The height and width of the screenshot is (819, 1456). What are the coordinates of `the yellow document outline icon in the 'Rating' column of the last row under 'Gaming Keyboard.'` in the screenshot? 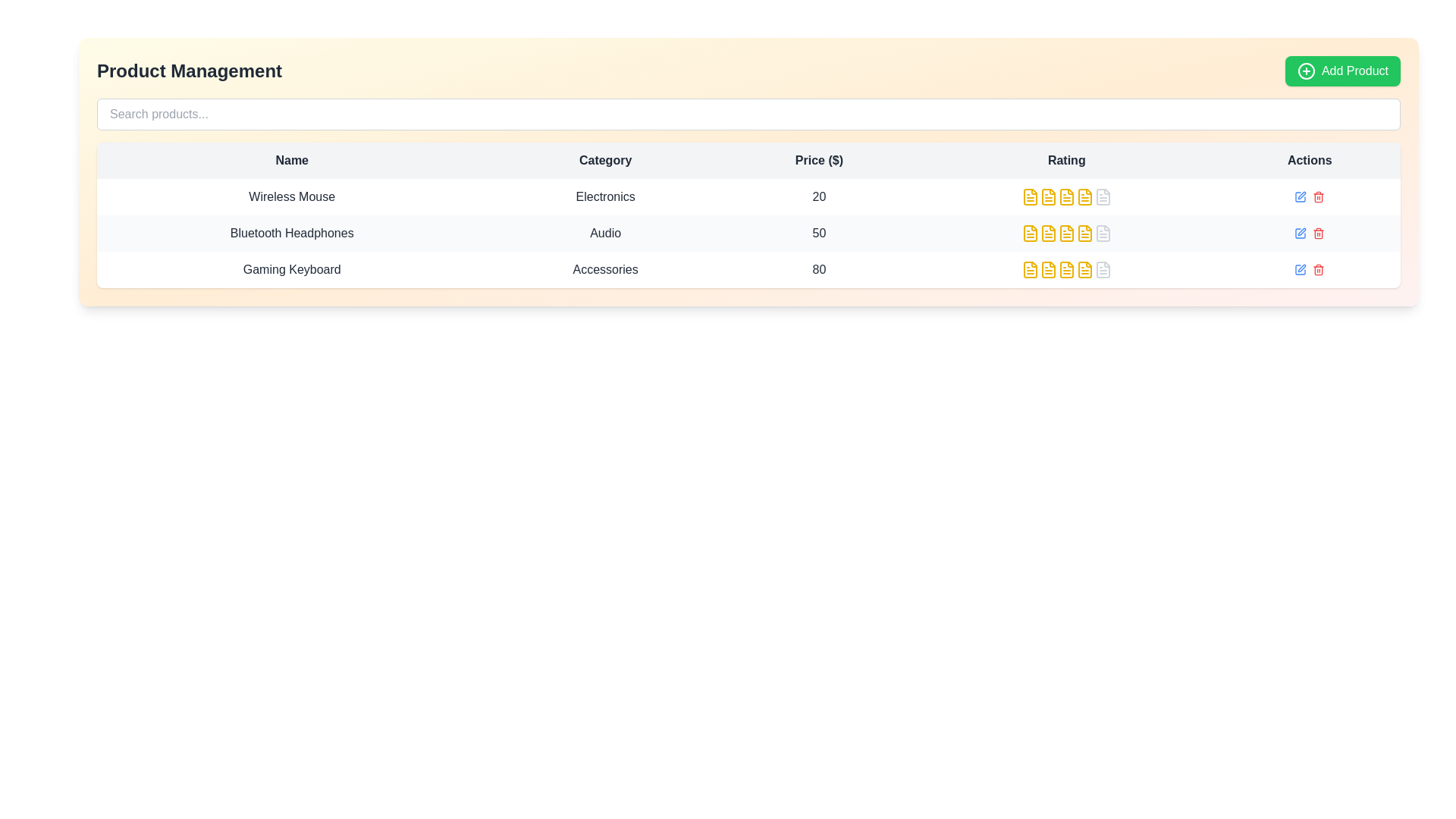 It's located at (1047, 268).